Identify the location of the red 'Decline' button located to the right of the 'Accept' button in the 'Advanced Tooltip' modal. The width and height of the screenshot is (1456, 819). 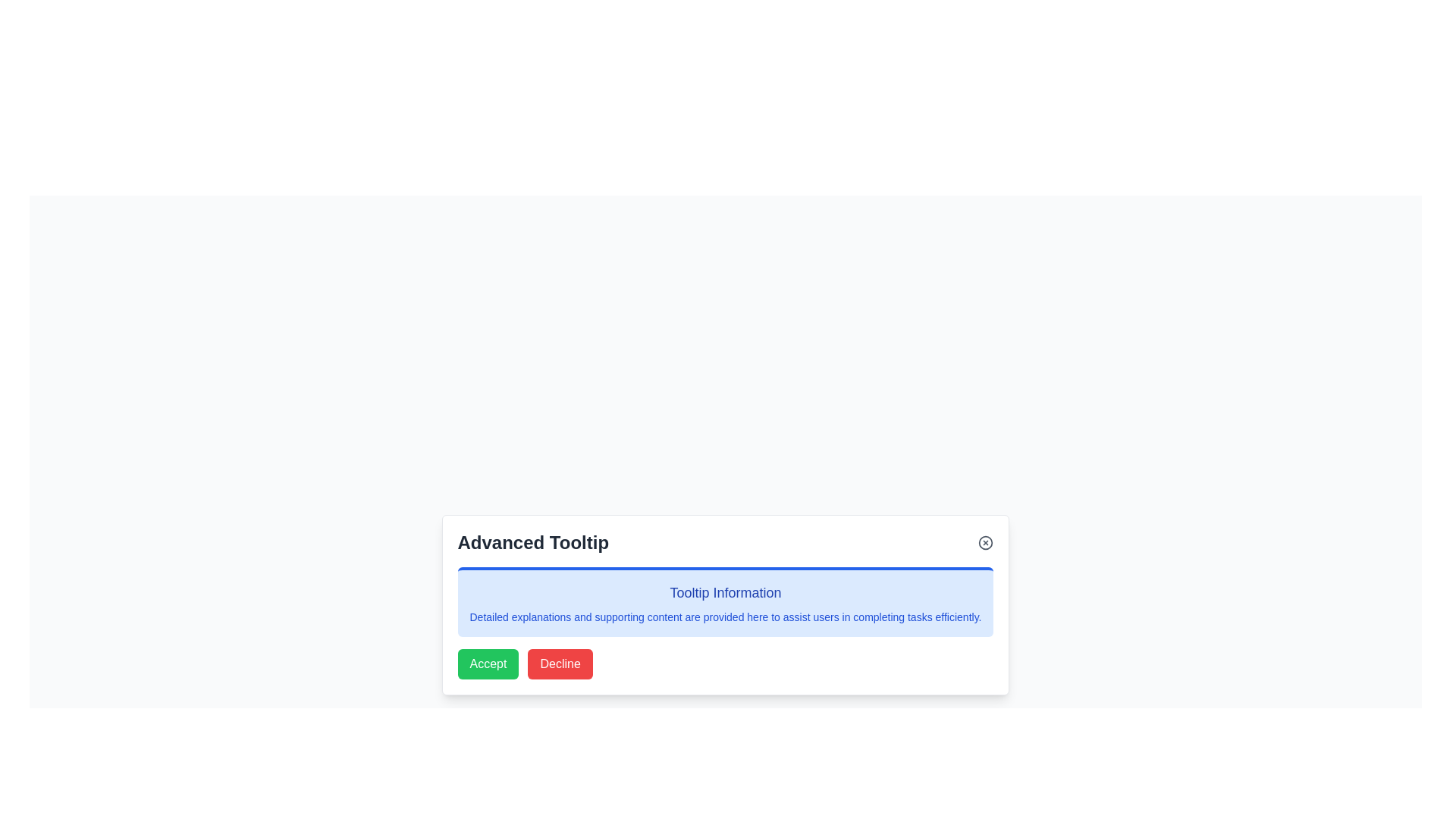
(560, 663).